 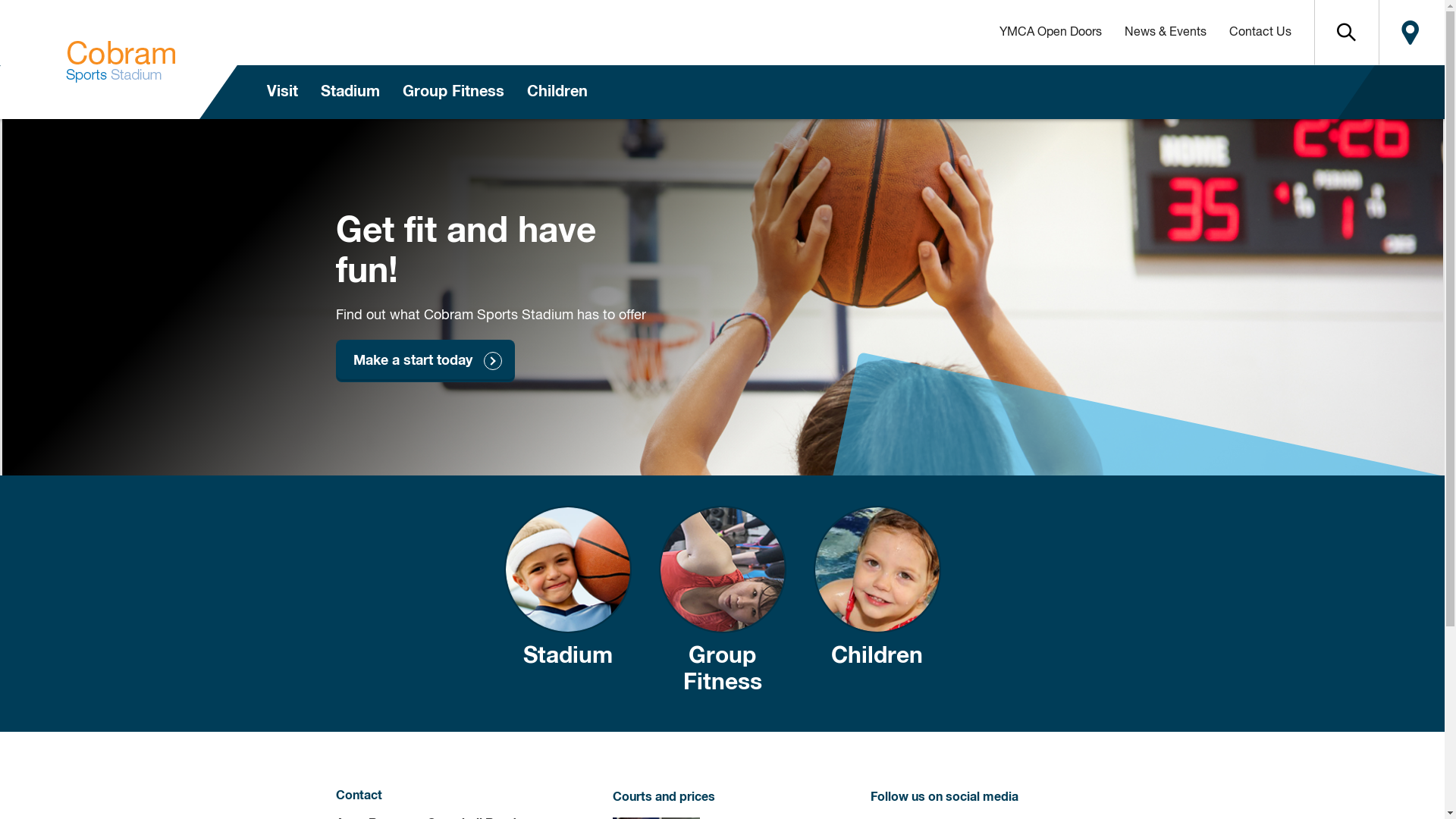 I want to click on 'Locate', so click(x=1410, y=32).